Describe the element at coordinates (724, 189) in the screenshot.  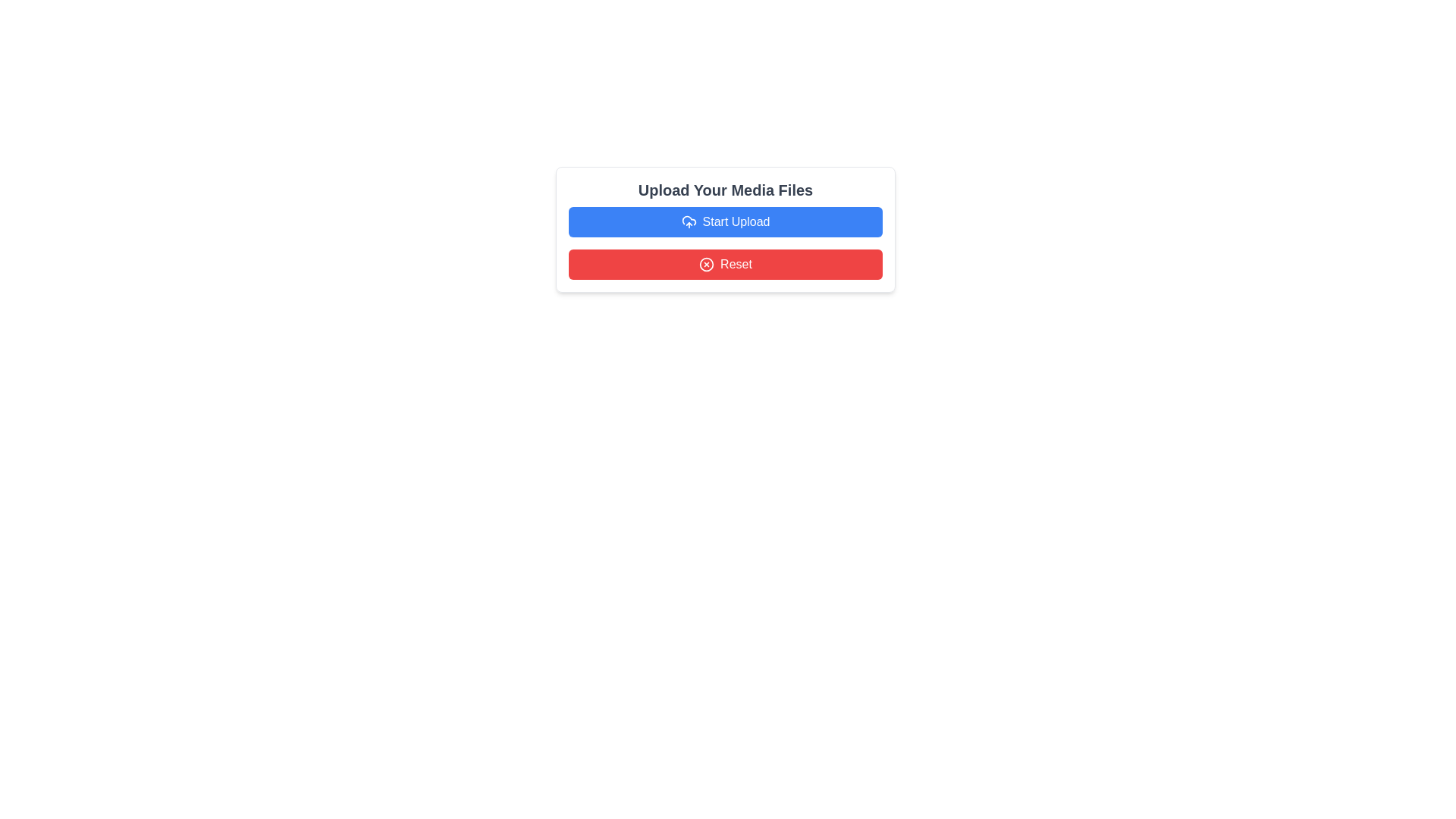
I see `the static text heading that serves as a descriptive heading for the media upload interface` at that location.